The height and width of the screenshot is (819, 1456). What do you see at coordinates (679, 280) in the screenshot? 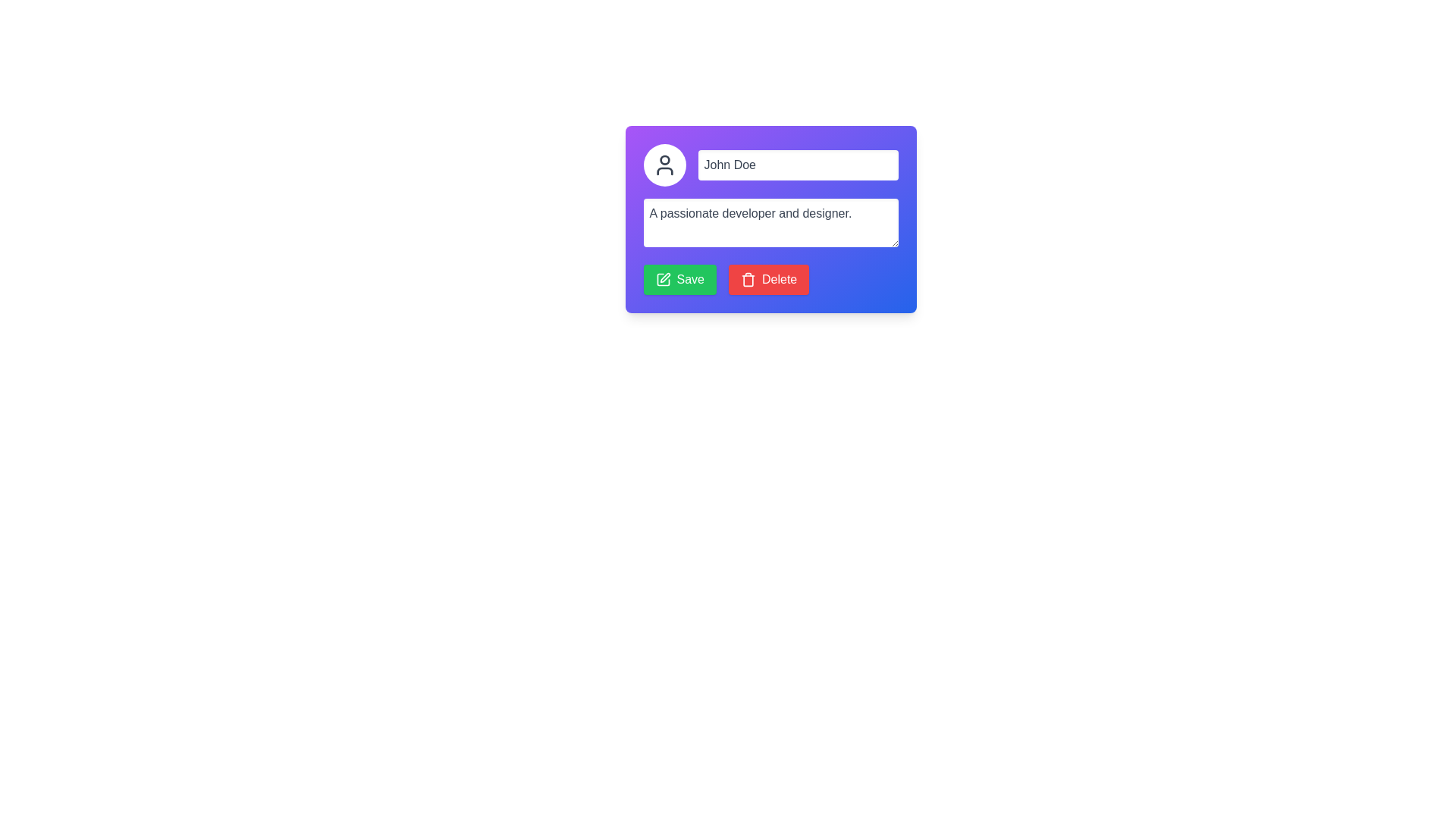
I see `the green 'Save' button with rounded corners and a pen icon` at bounding box center [679, 280].